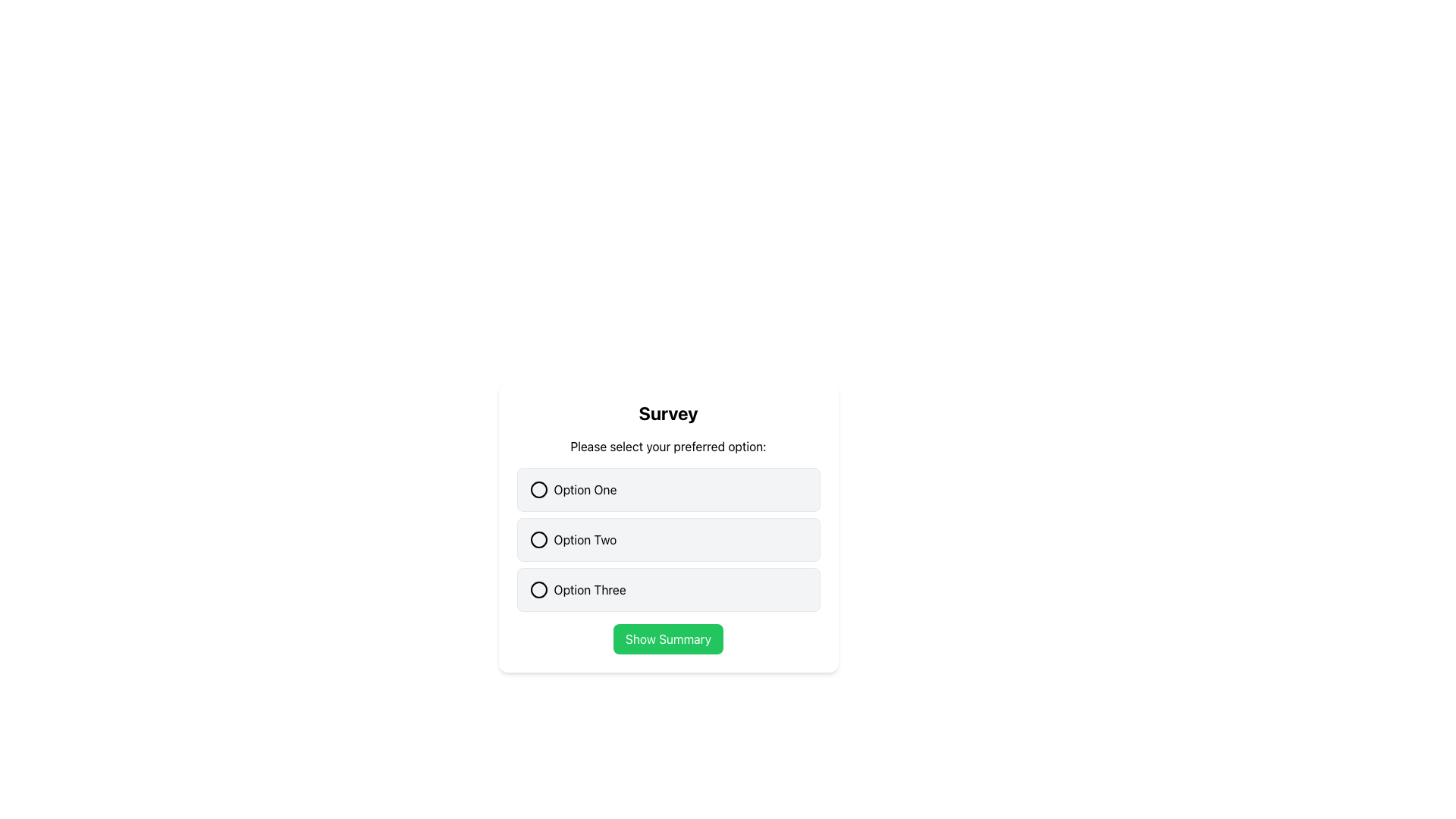 This screenshot has width=1456, height=819. Describe the element at coordinates (538, 489) in the screenshot. I see `the active indicator of the radio button for 'Option One'` at that location.